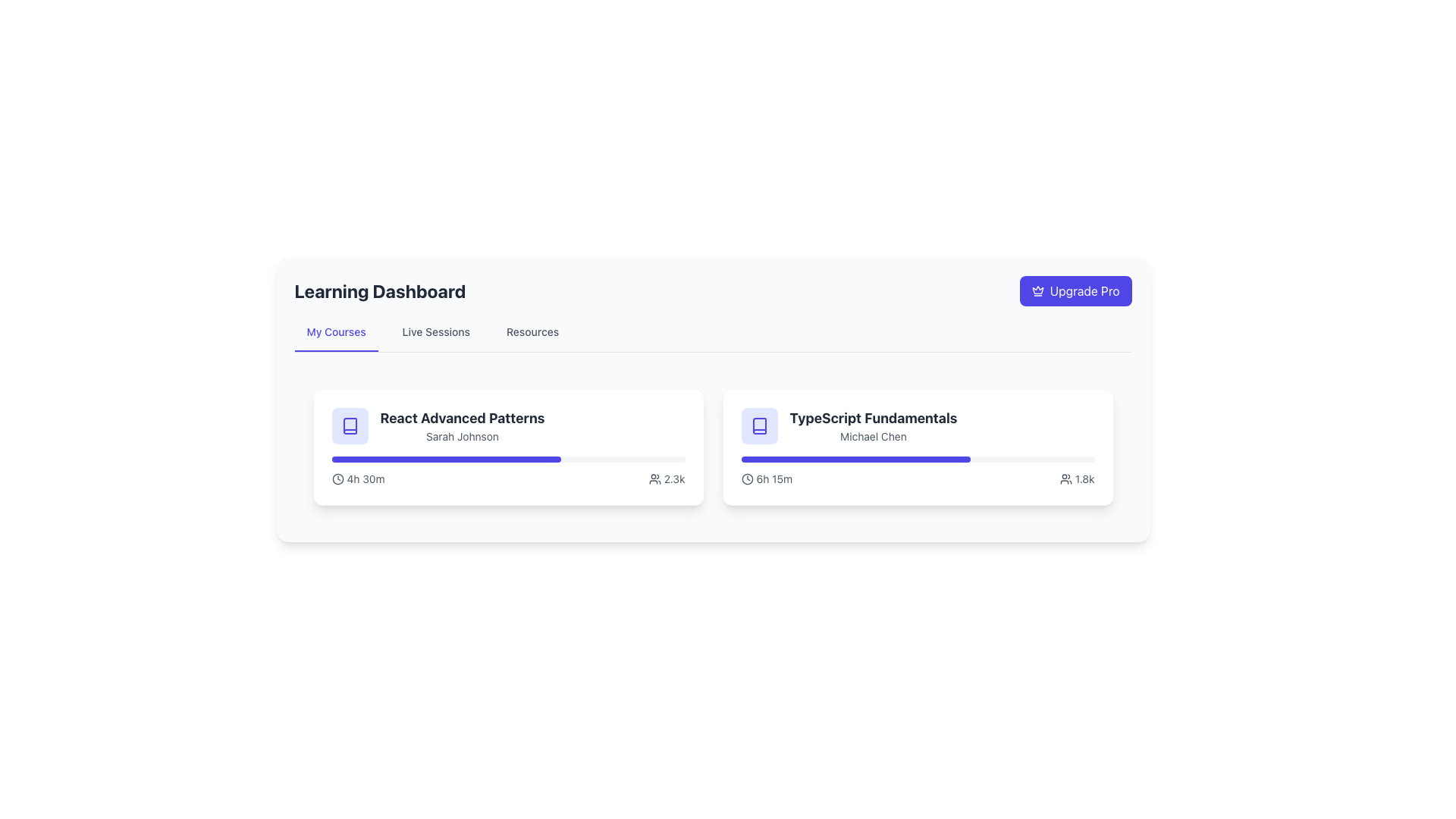 This screenshot has height=819, width=1456. Describe the element at coordinates (335, 350) in the screenshot. I see `the styling changes of the Decorative indicator for the active navigation tab located beneath the 'My Courses' text in the navigation bar` at that location.